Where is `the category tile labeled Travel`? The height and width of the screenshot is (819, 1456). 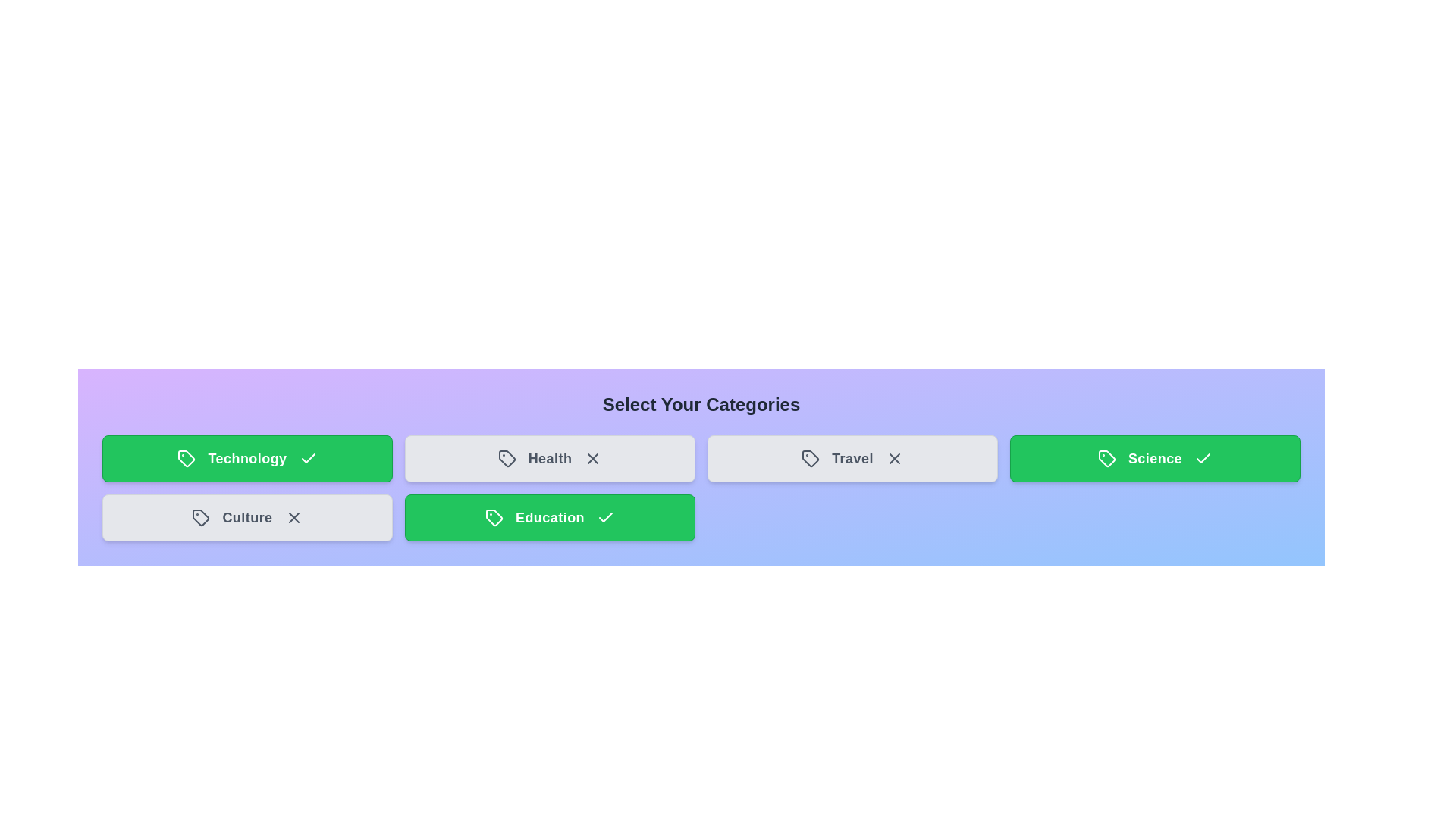
the category tile labeled Travel is located at coordinates (852, 458).